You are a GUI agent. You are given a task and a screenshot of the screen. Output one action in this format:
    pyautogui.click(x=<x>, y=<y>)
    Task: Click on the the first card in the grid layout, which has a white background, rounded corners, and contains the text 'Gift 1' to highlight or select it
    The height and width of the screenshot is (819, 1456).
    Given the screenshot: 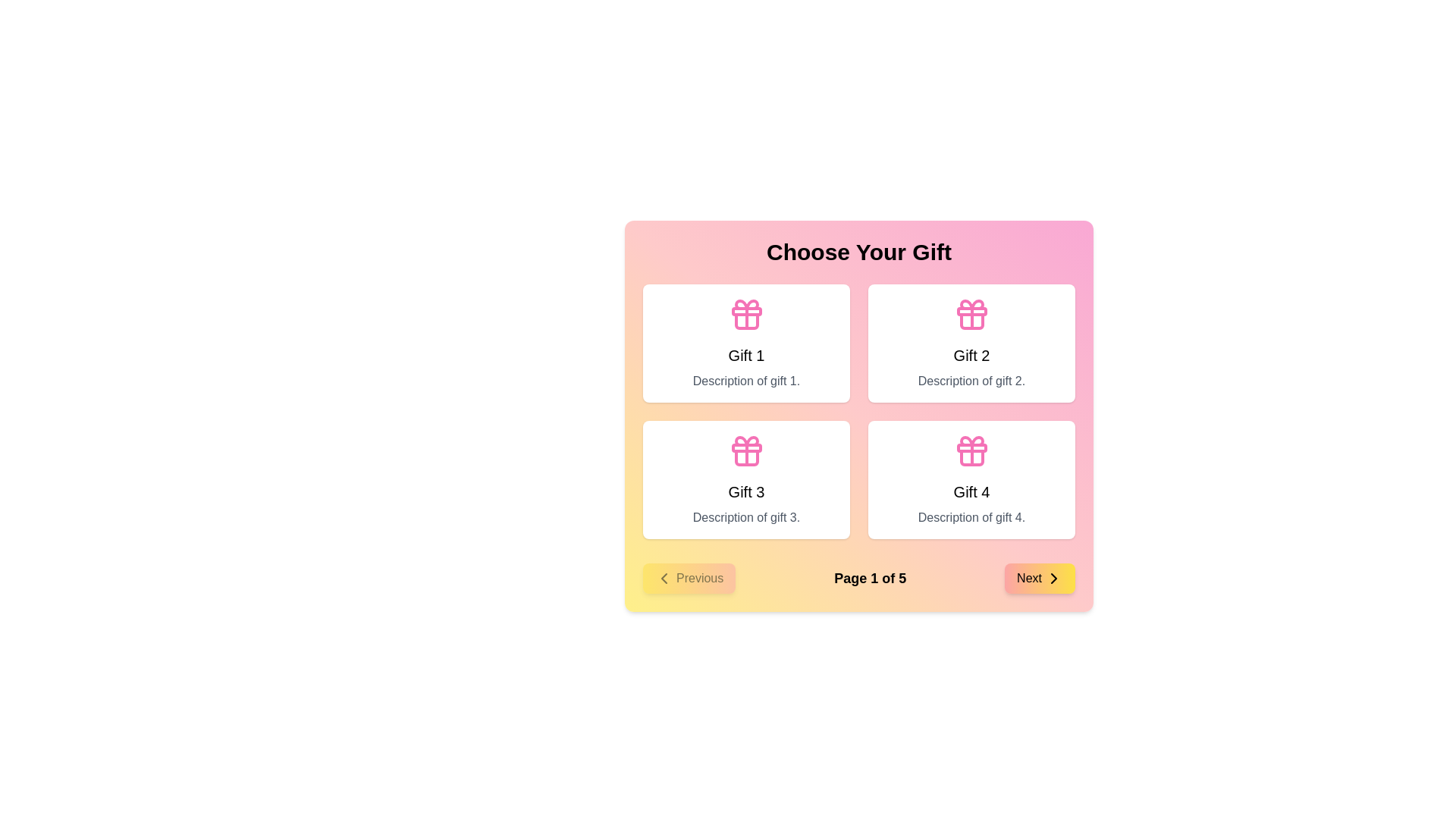 What is the action you would take?
    pyautogui.click(x=746, y=343)
    